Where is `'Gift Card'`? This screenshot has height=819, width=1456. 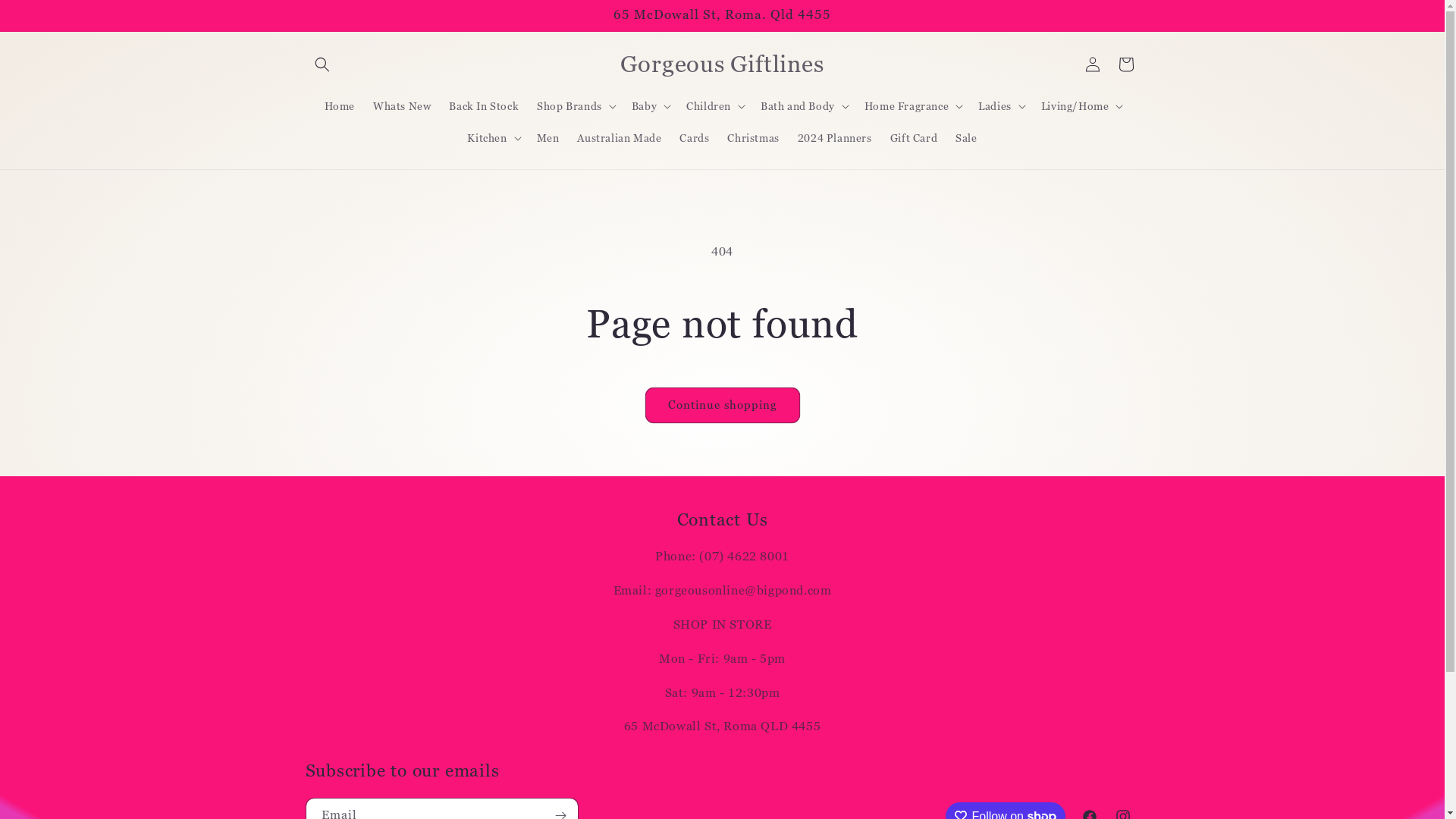
'Gift Card' is located at coordinates (912, 137).